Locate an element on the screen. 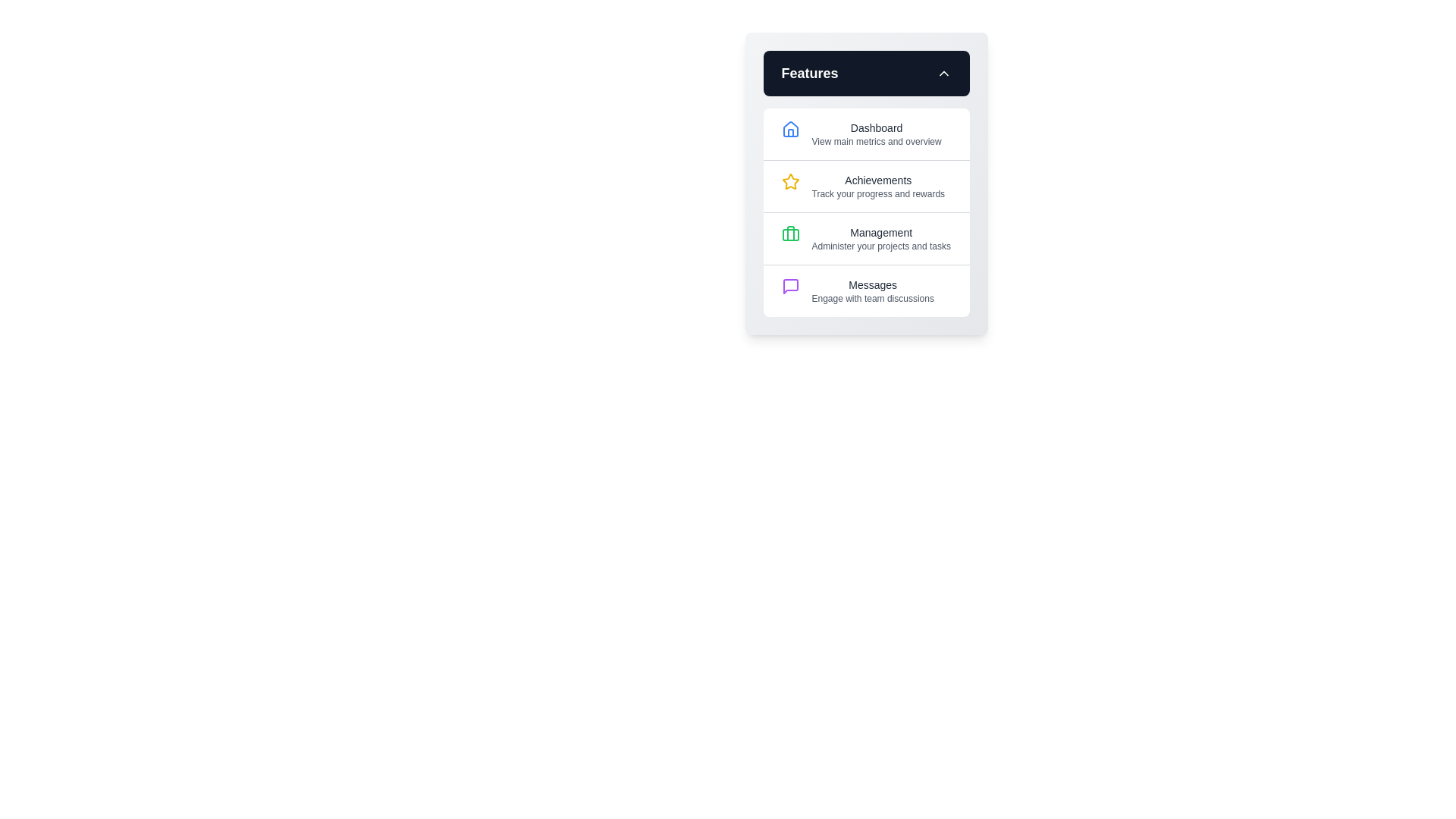 Image resolution: width=1456 pixels, height=819 pixels. the fourth menu option labeled 'Messages' in the 'Features' menu is located at coordinates (866, 290).